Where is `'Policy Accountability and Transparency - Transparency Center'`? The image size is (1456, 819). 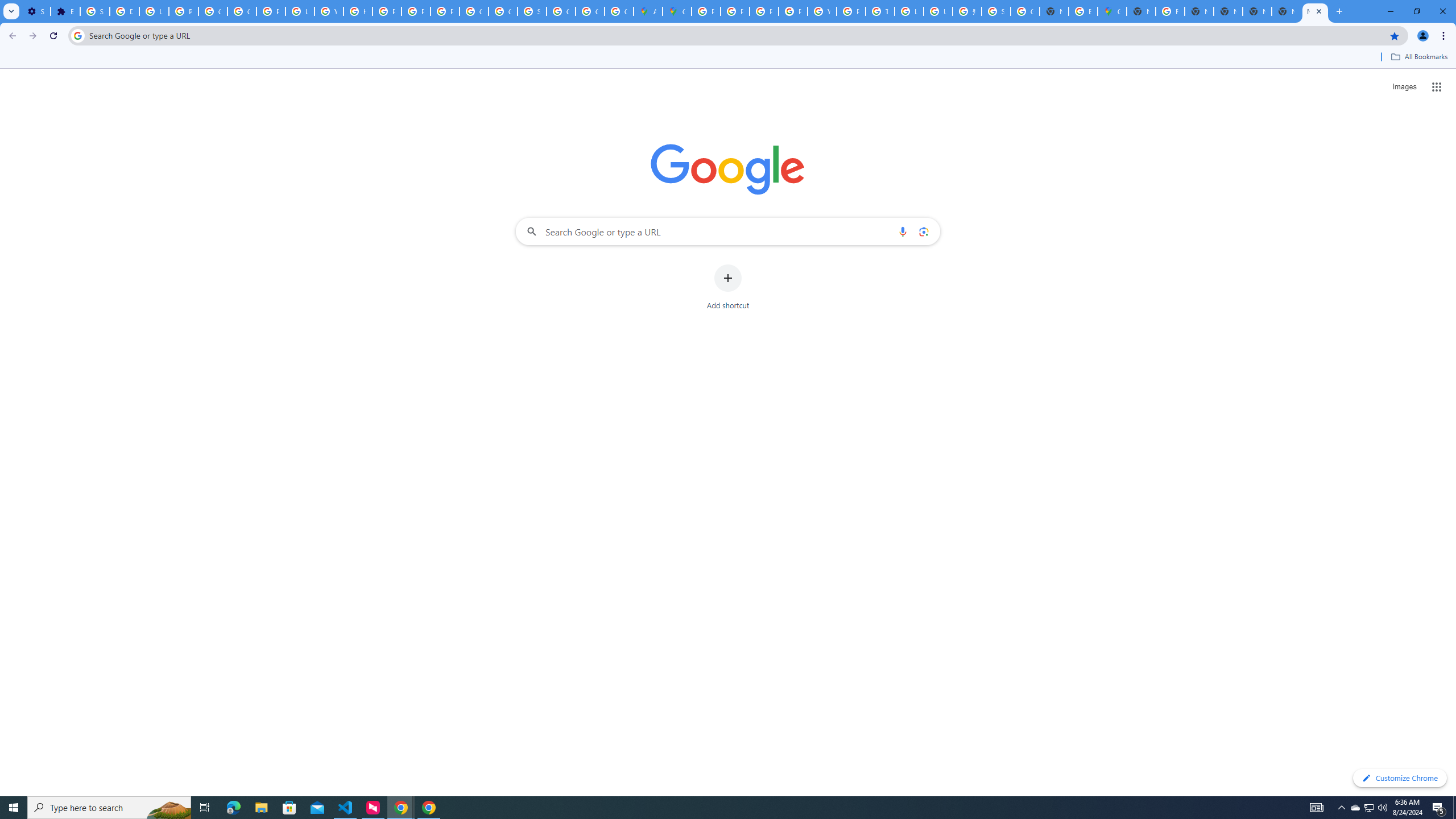 'Policy Accountability and Transparency - Transparency Center' is located at coordinates (705, 11).